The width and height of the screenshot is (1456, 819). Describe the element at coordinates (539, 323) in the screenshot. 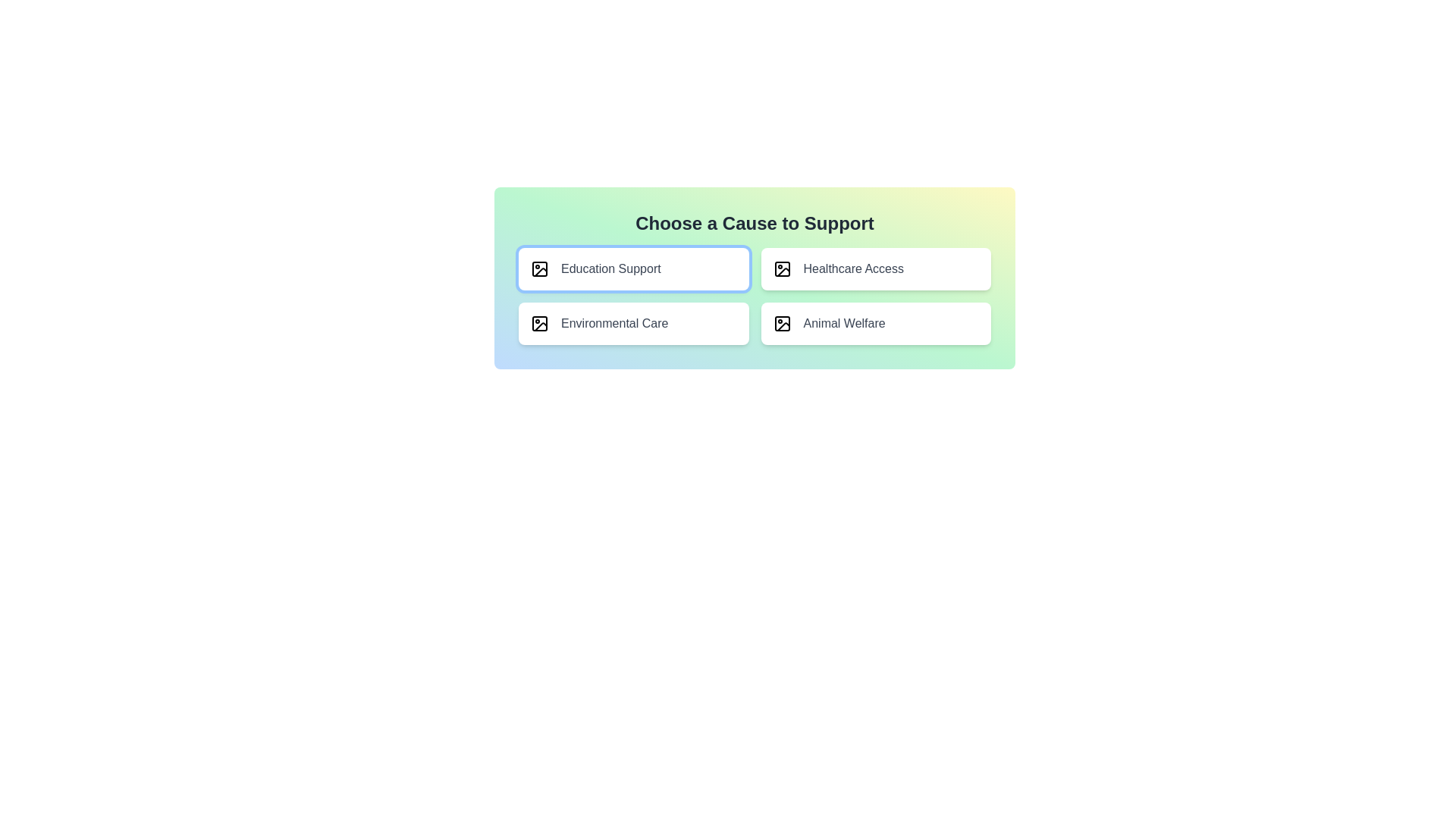

I see `the rounded rectangle image placeholder icon located in the lower left section of the 'Environmental Care' button` at that location.